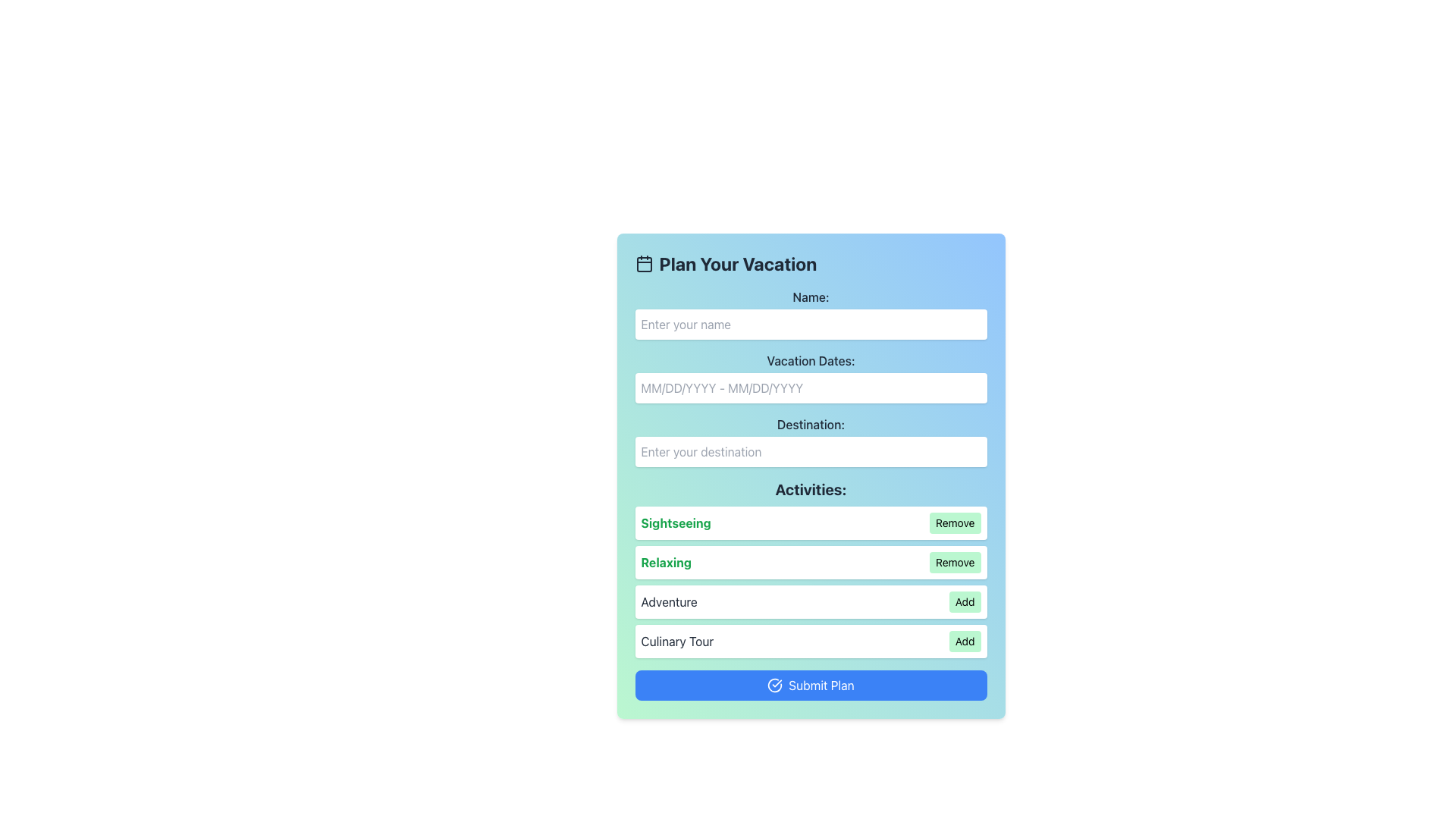 This screenshot has width=1456, height=819. What do you see at coordinates (775, 685) in the screenshot?
I see `the check mark icon within the 'Submit Plan' button located at the bottom of the form` at bounding box center [775, 685].